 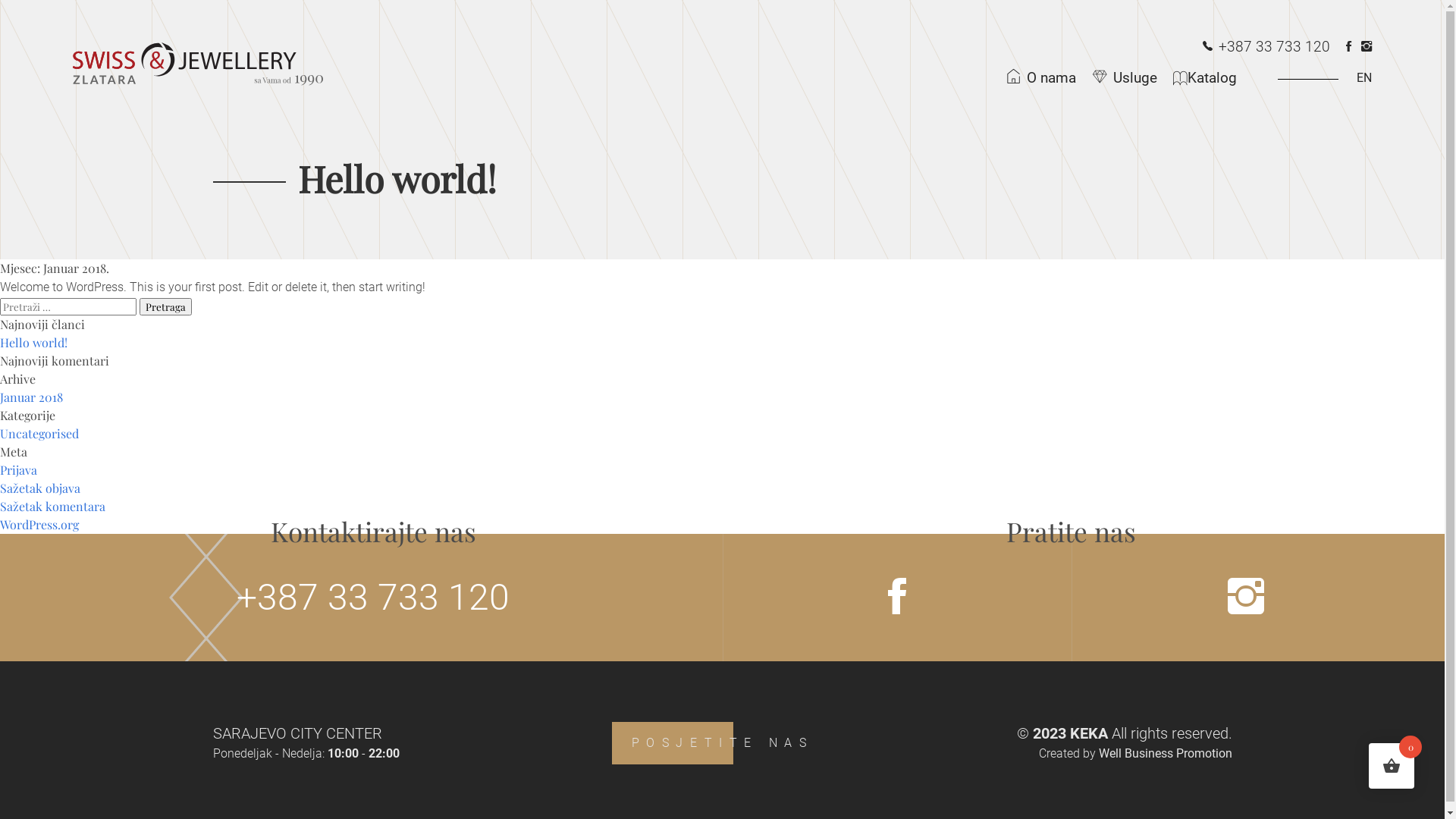 What do you see at coordinates (0, 523) in the screenshot?
I see `'WordPress.org'` at bounding box center [0, 523].